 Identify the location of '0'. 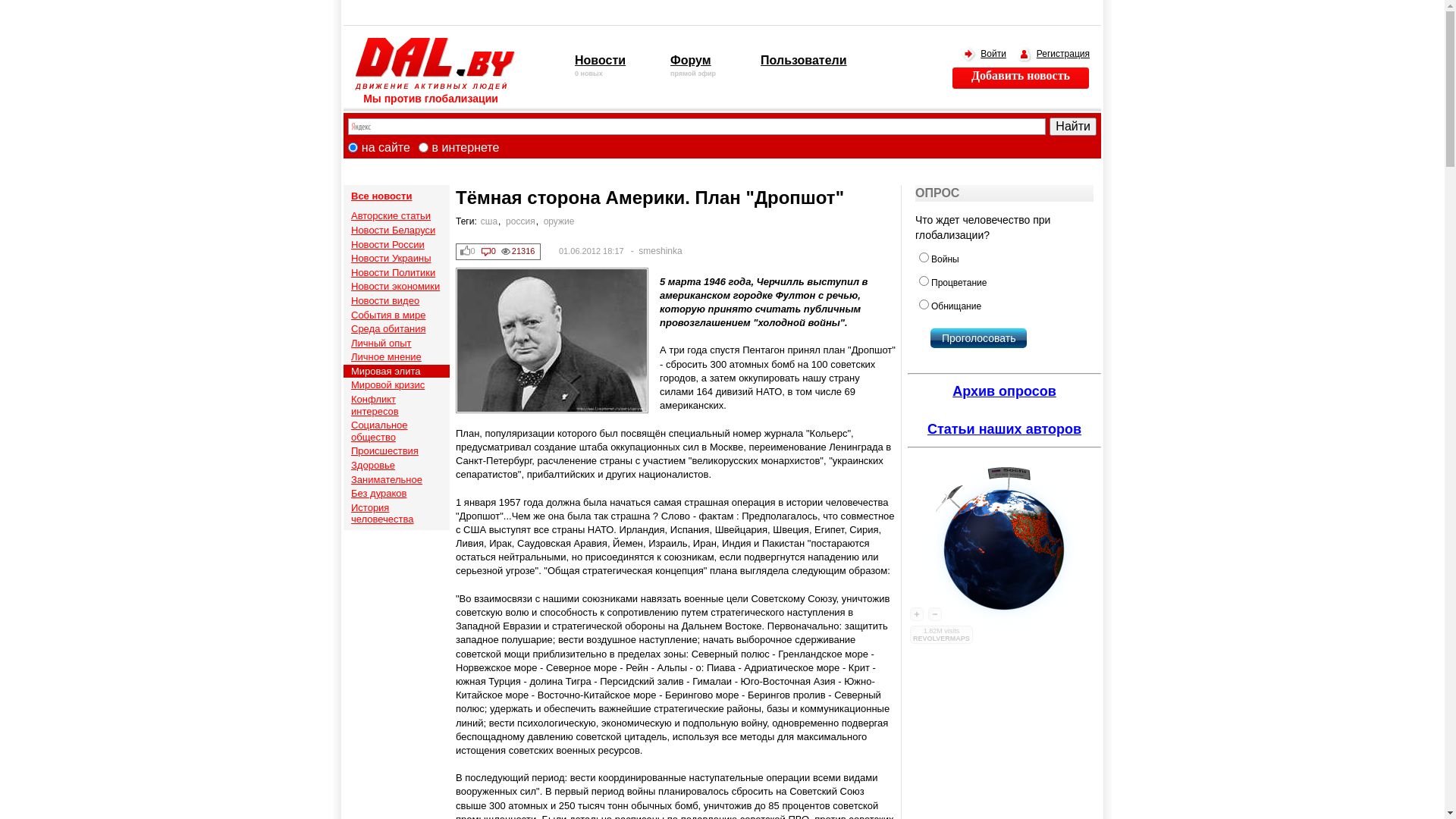
(468, 250).